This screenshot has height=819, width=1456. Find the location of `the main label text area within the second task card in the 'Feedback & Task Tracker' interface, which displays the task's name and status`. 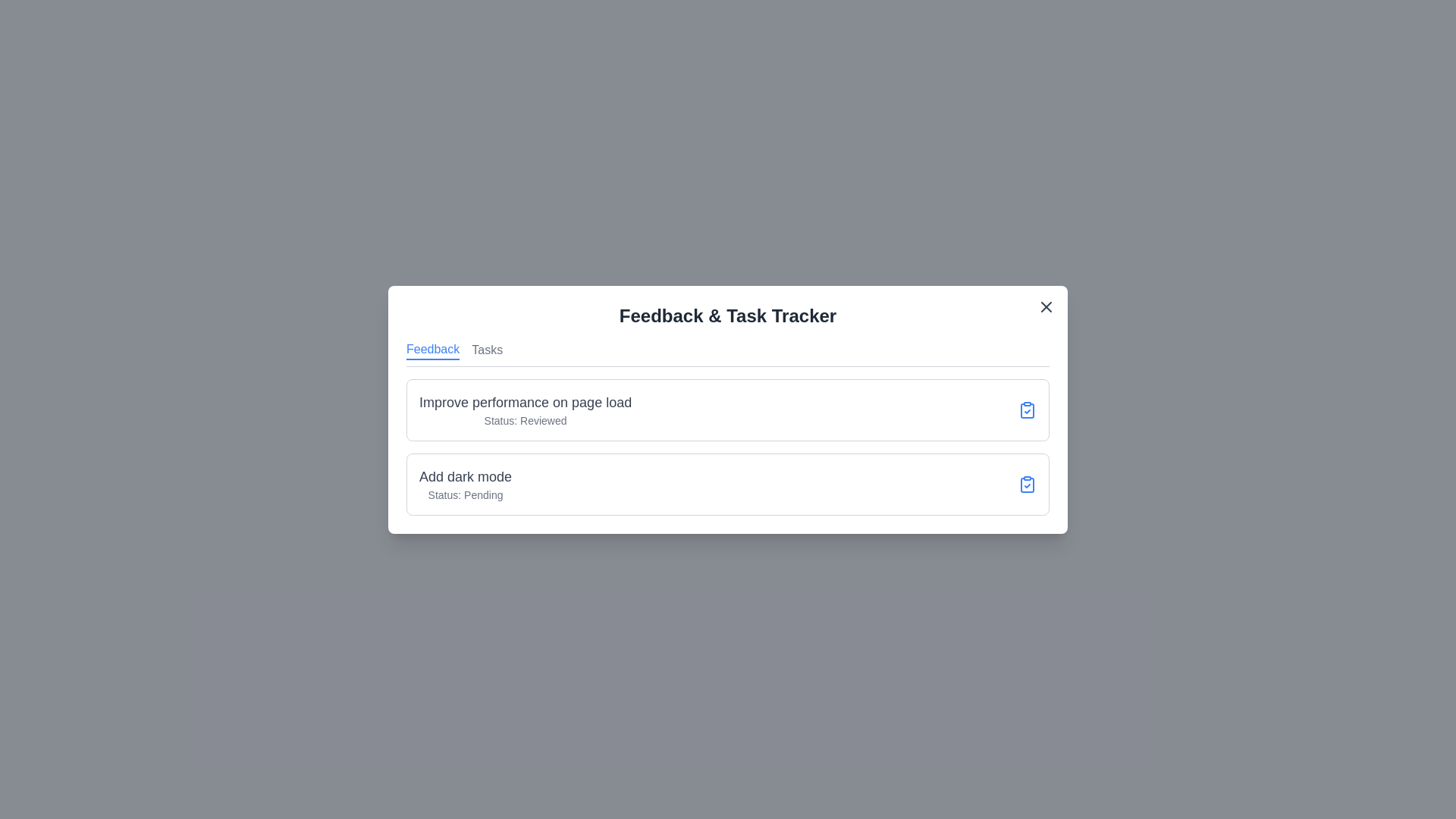

the main label text area within the second task card in the 'Feedback & Task Tracker' interface, which displays the task's name and status is located at coordinates (465, 484).